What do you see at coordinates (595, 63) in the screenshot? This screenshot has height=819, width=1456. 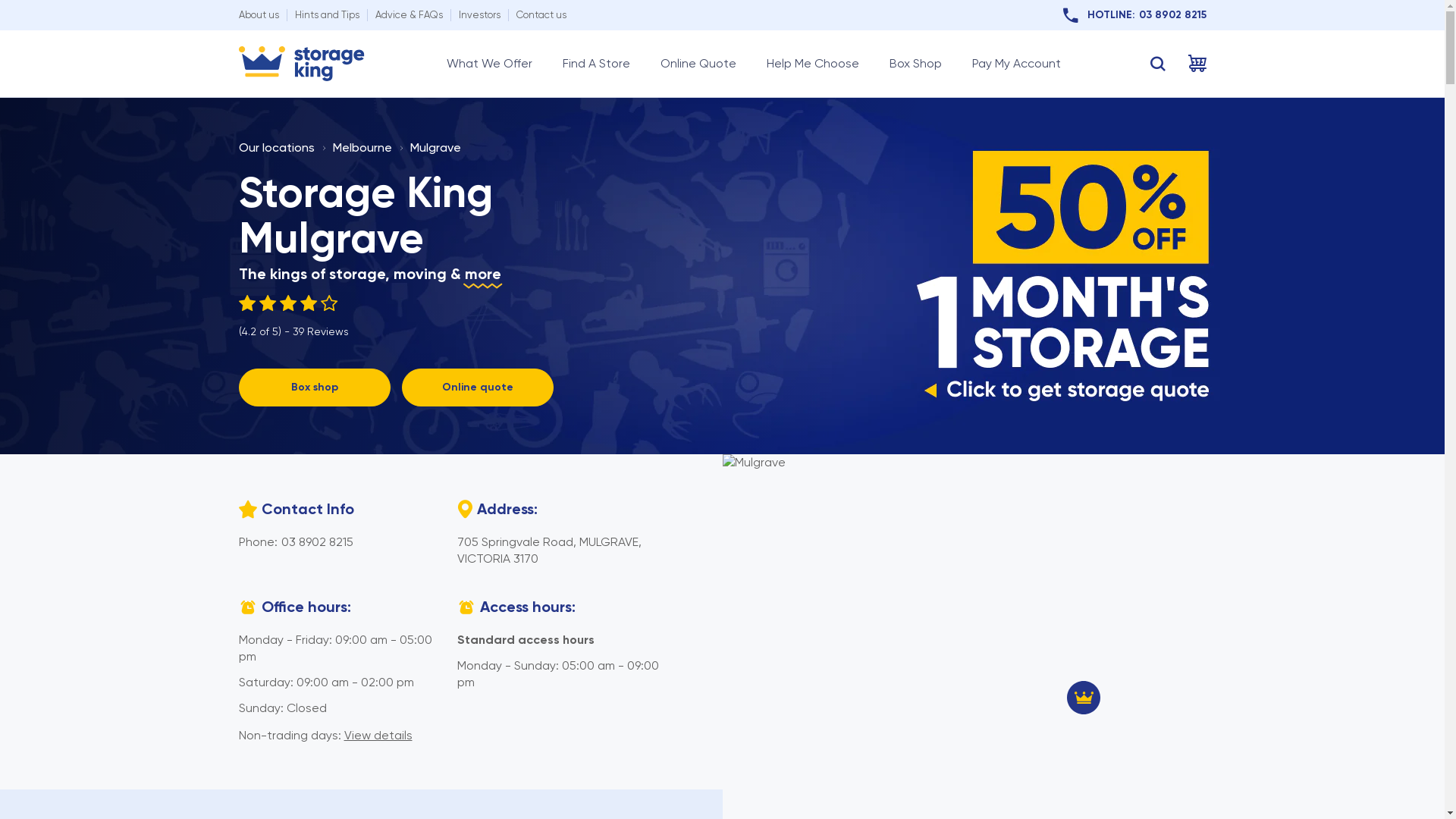 I see `'Find A Store'` at bounding box center [595, 63].